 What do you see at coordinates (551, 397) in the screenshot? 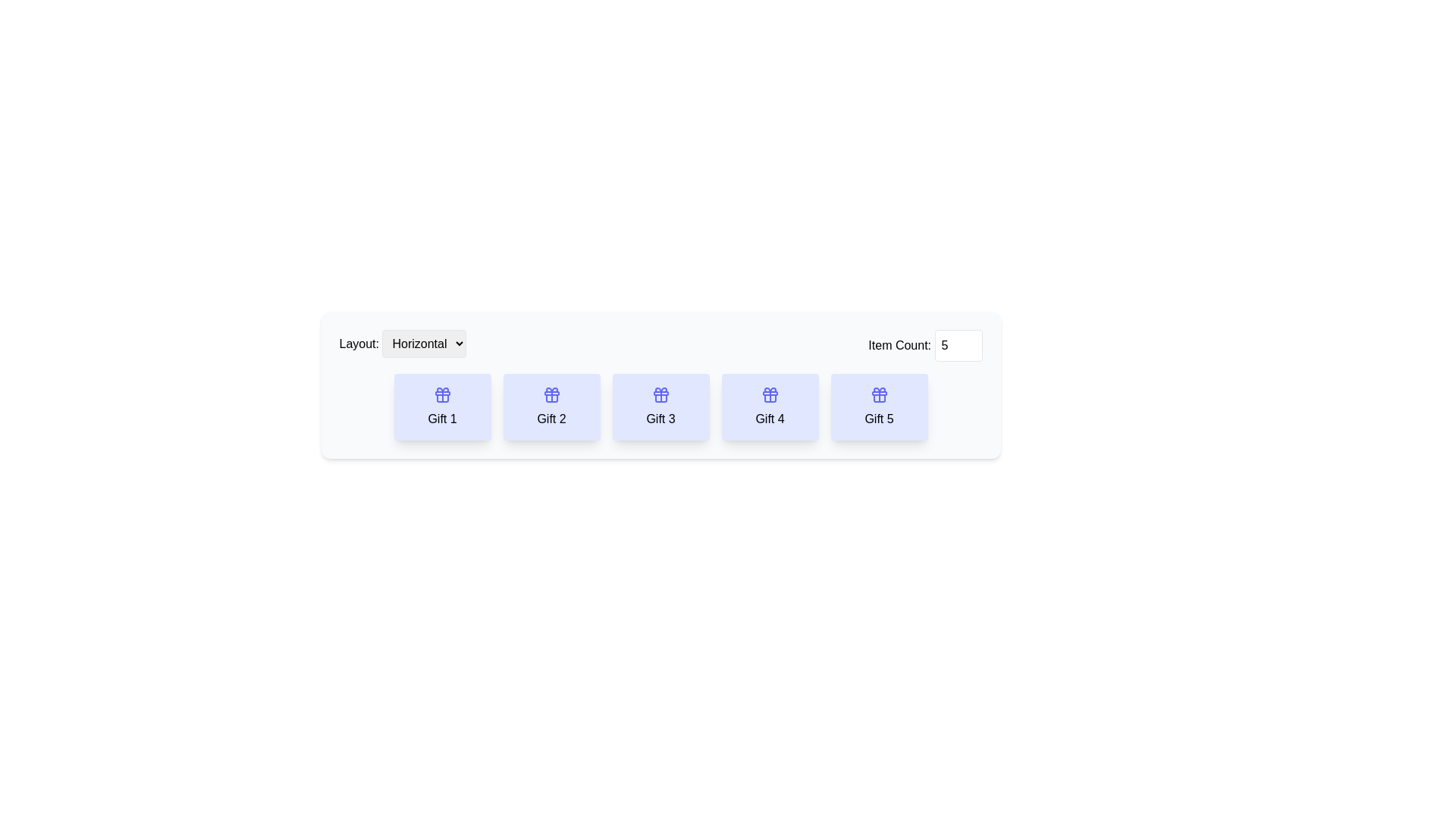
I see `the 'Gift 2' card` at bounding box center [551, 397].